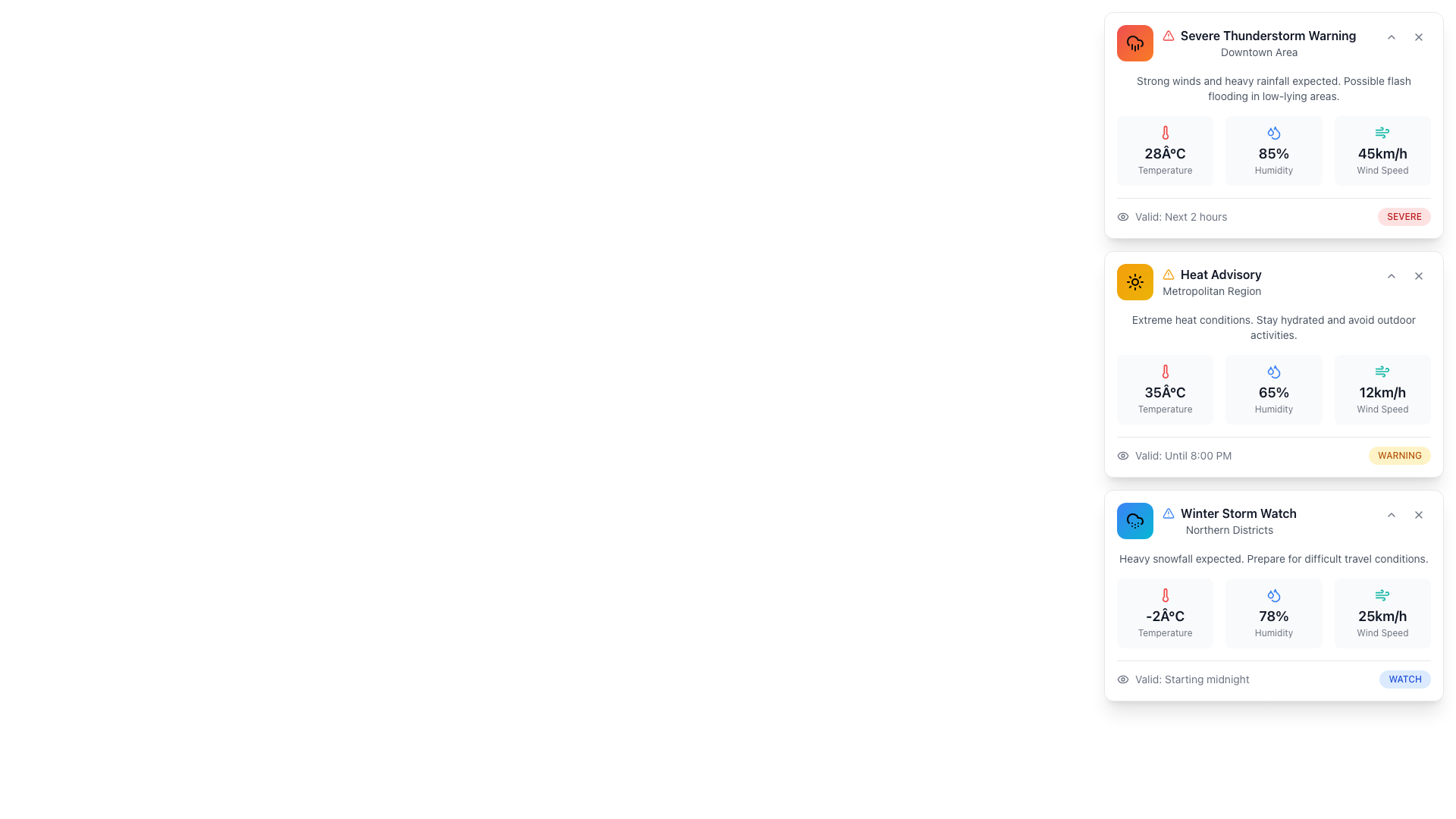  What do you see at coordinates (1180, 216) in the screenshot?
I see `the text label reading 'Valid: Next 2 hours', which is styled in gray and positioned in the bottom section of the 'Severe Thunderstorm Warning' card, located to the right of the eye icon` at bounding box center [1180, 216].